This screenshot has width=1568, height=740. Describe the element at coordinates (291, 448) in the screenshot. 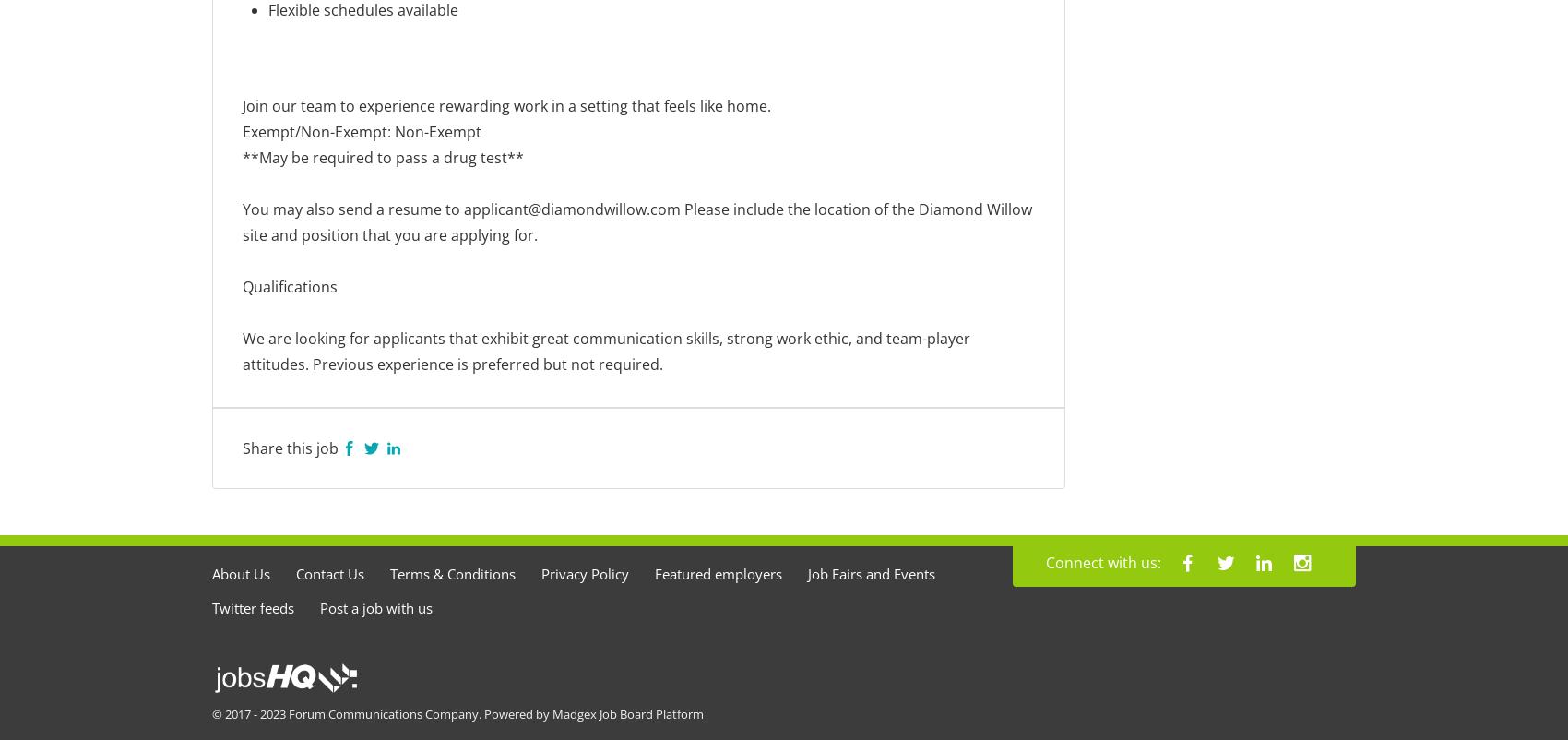

I see `'Share this job'` at that location.